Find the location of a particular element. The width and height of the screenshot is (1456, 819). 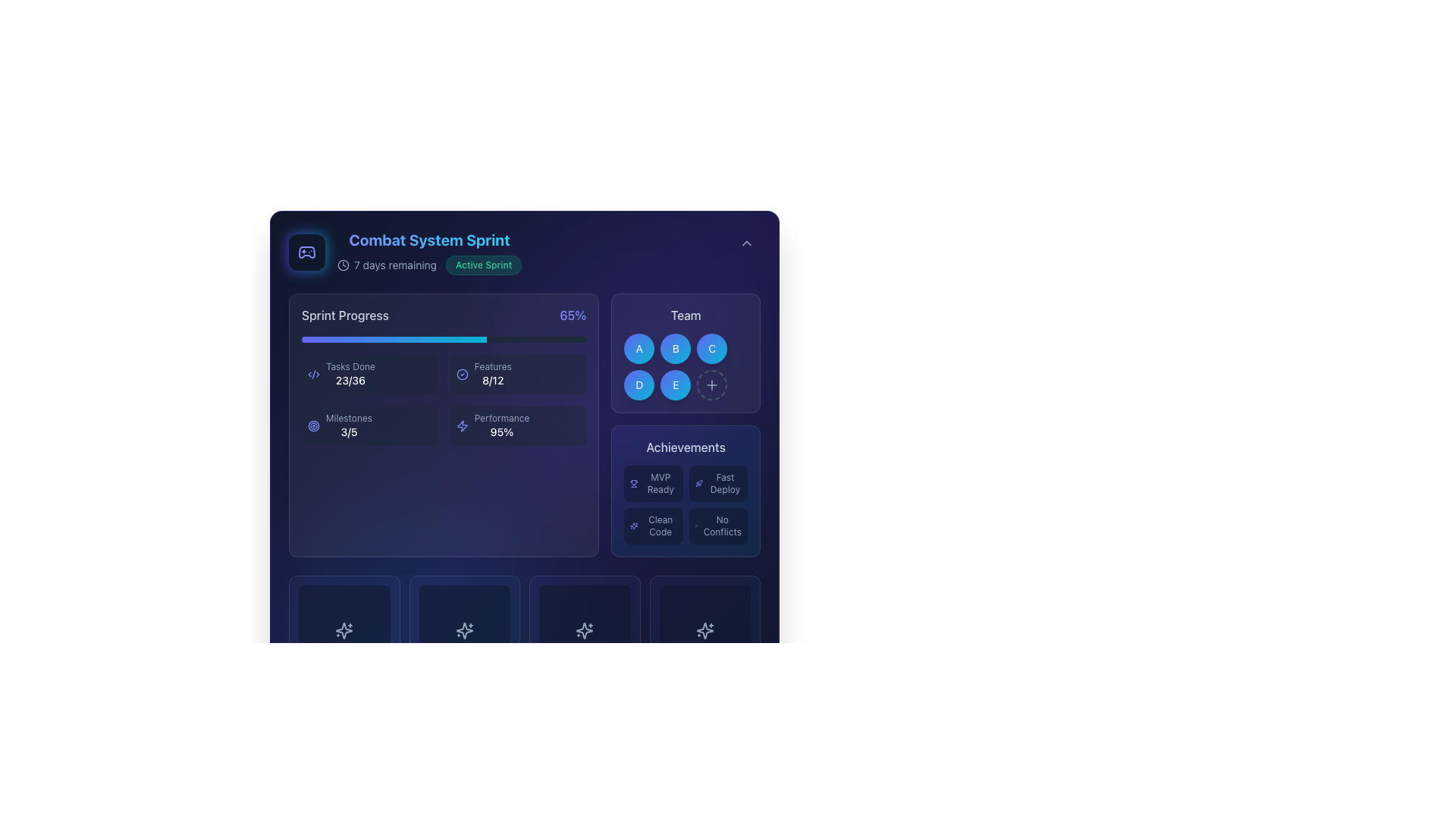

the SVG graphic icon that visually represents the sprint feature in the dashboard section titled 'Combat System Sprint' is located at coordinates (306, 251).